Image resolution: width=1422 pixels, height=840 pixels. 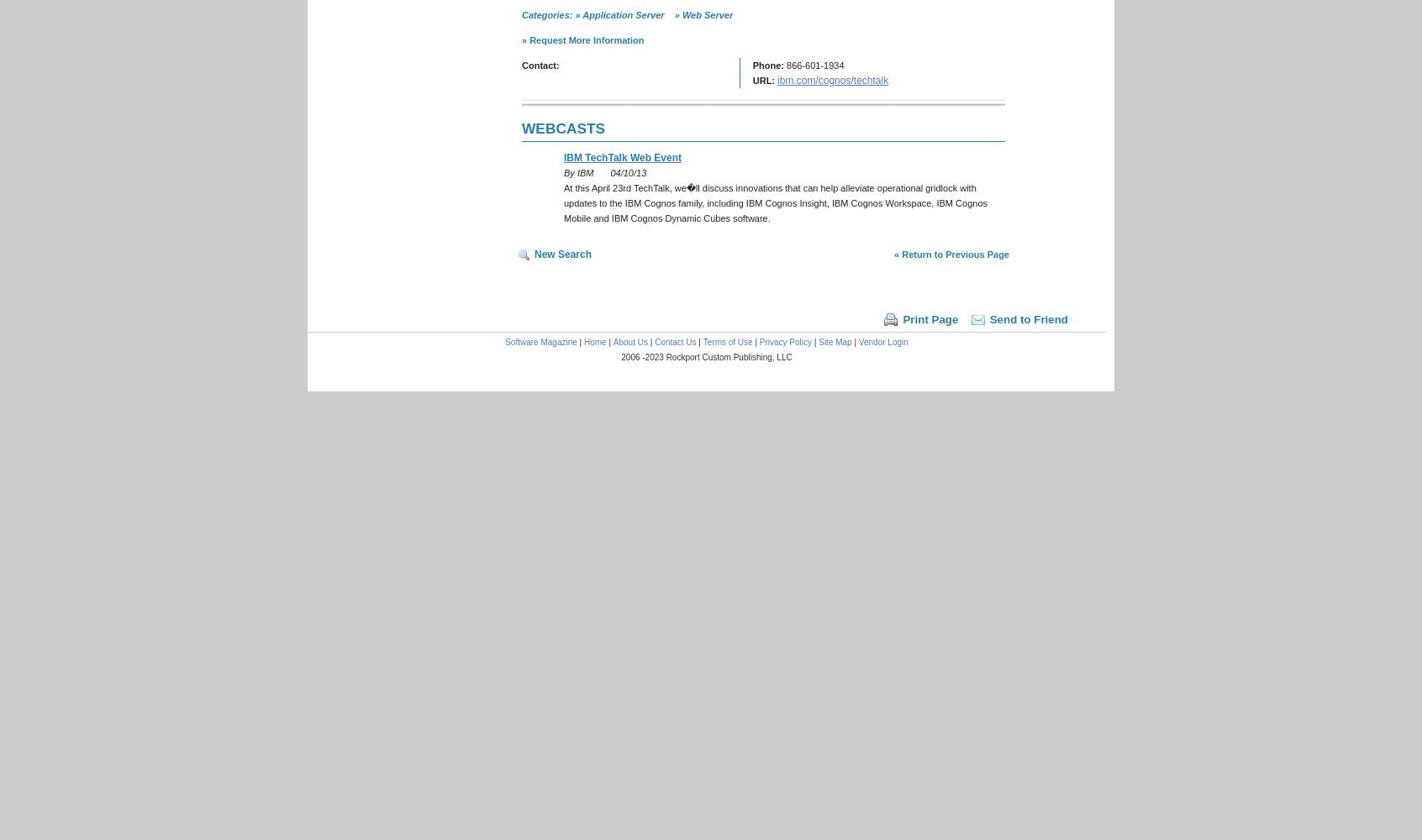 What do you see at coordinates (593, 342) in the screenshot?
I see `'Home'` at bounding box center [593, 342].